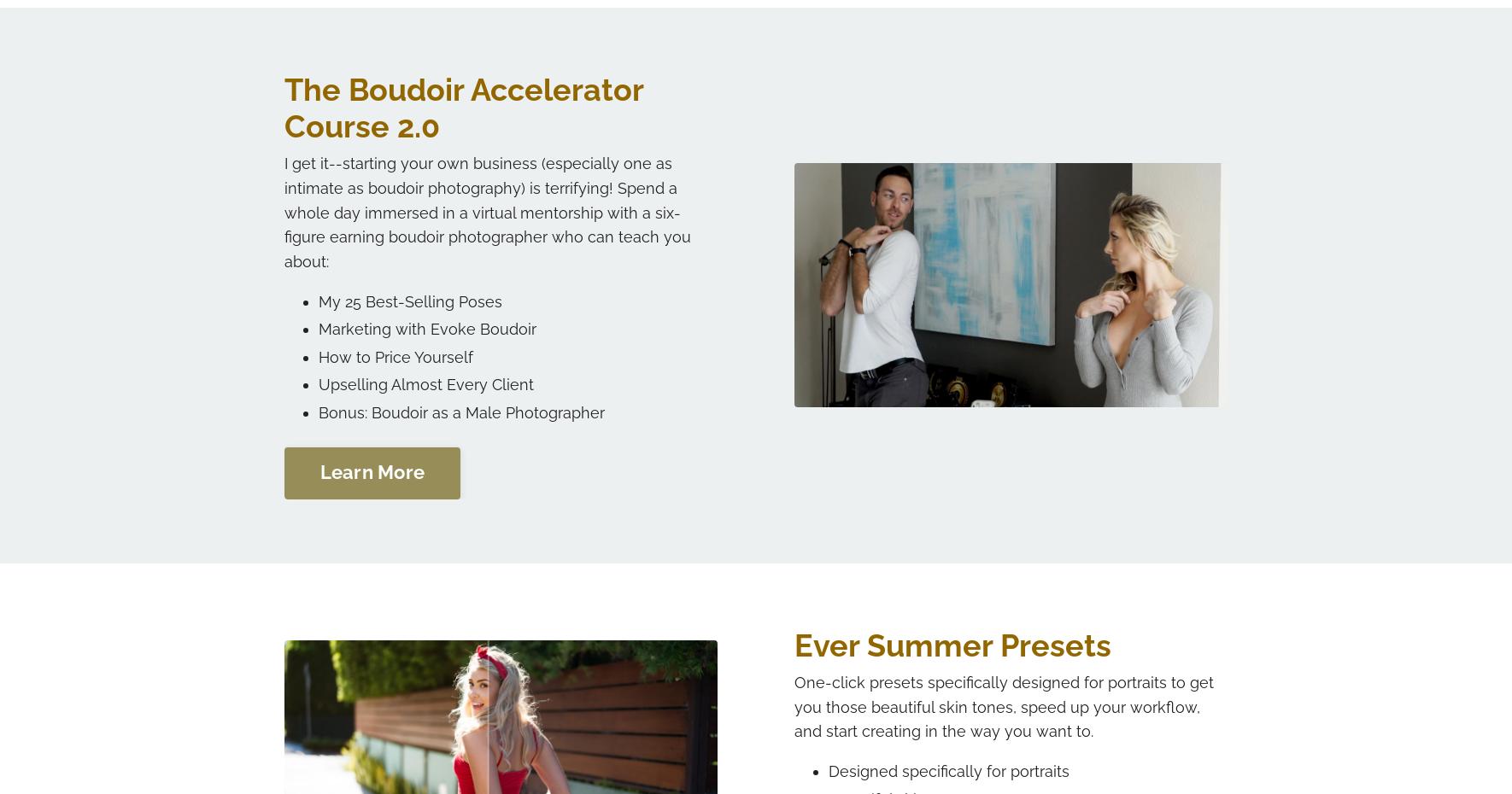 The height and width of the screenshot is (794, 1512). I want to click on 'The Boudoir Accelerator Course 2.0', so click(462, 107).